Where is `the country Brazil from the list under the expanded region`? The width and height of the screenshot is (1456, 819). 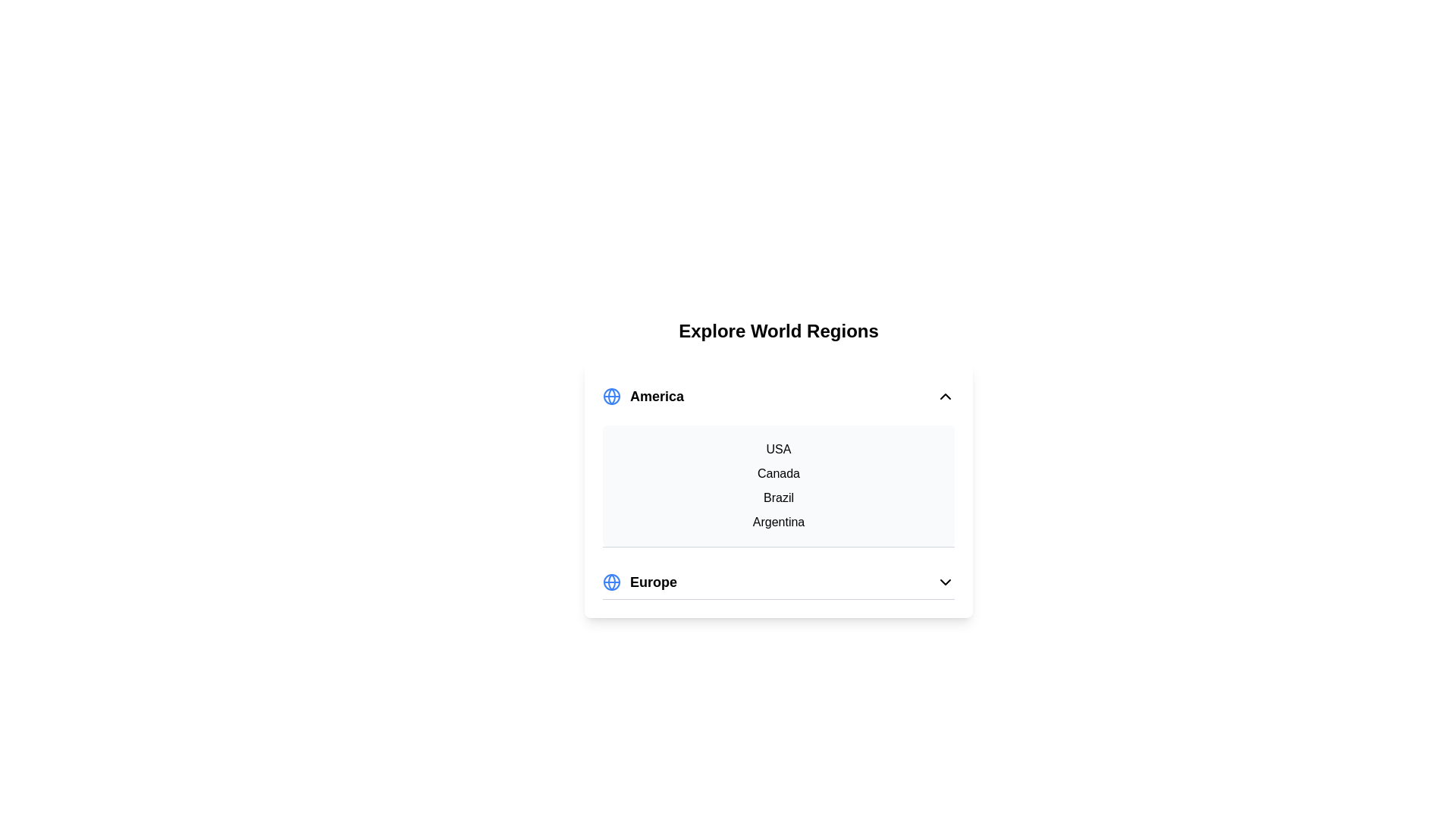
the country Brazil from the list under the expanded region is located at coordinates (779, 497).